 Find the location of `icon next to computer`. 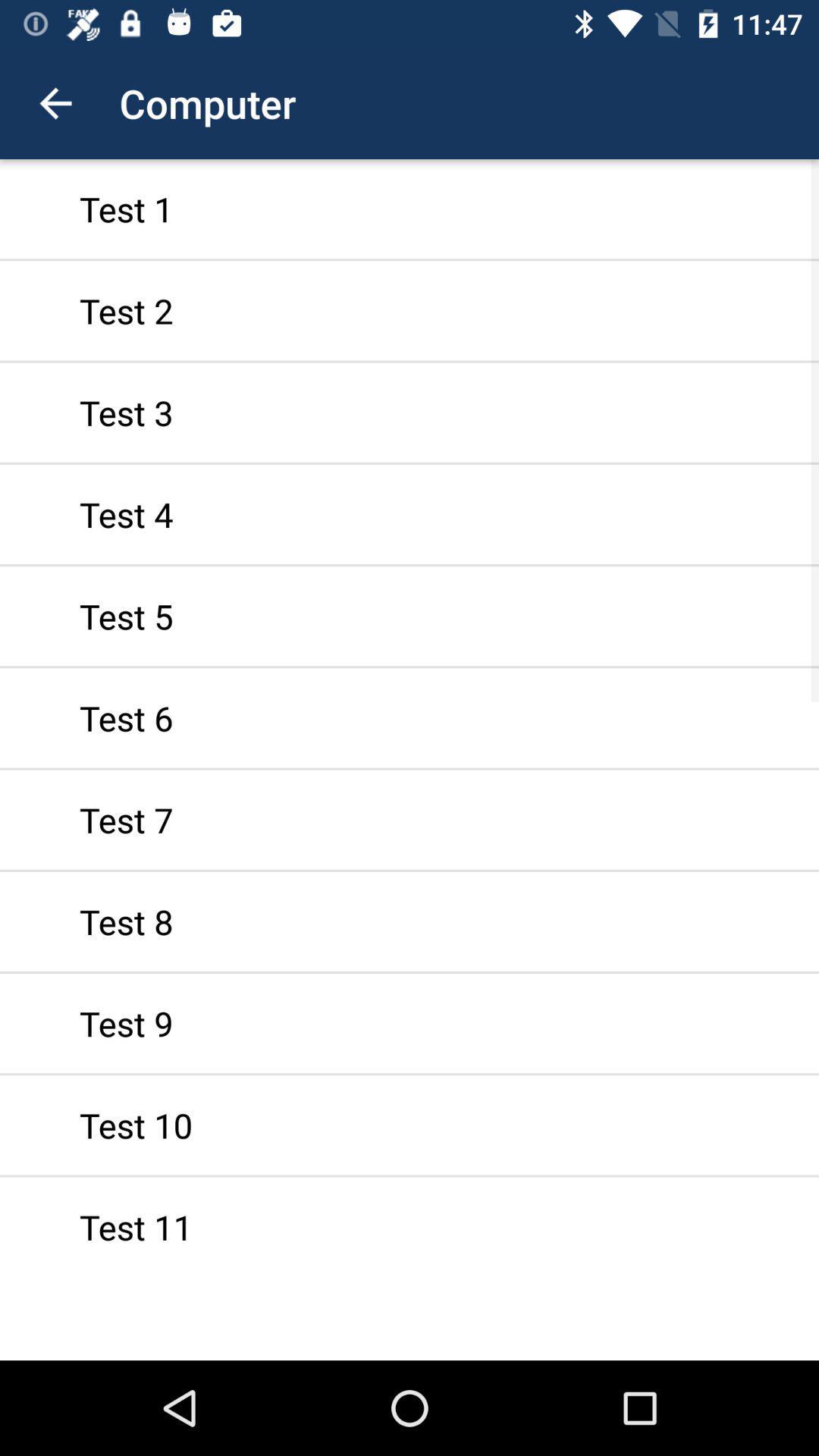

icon next to computer is located at coordinates (55, 102).